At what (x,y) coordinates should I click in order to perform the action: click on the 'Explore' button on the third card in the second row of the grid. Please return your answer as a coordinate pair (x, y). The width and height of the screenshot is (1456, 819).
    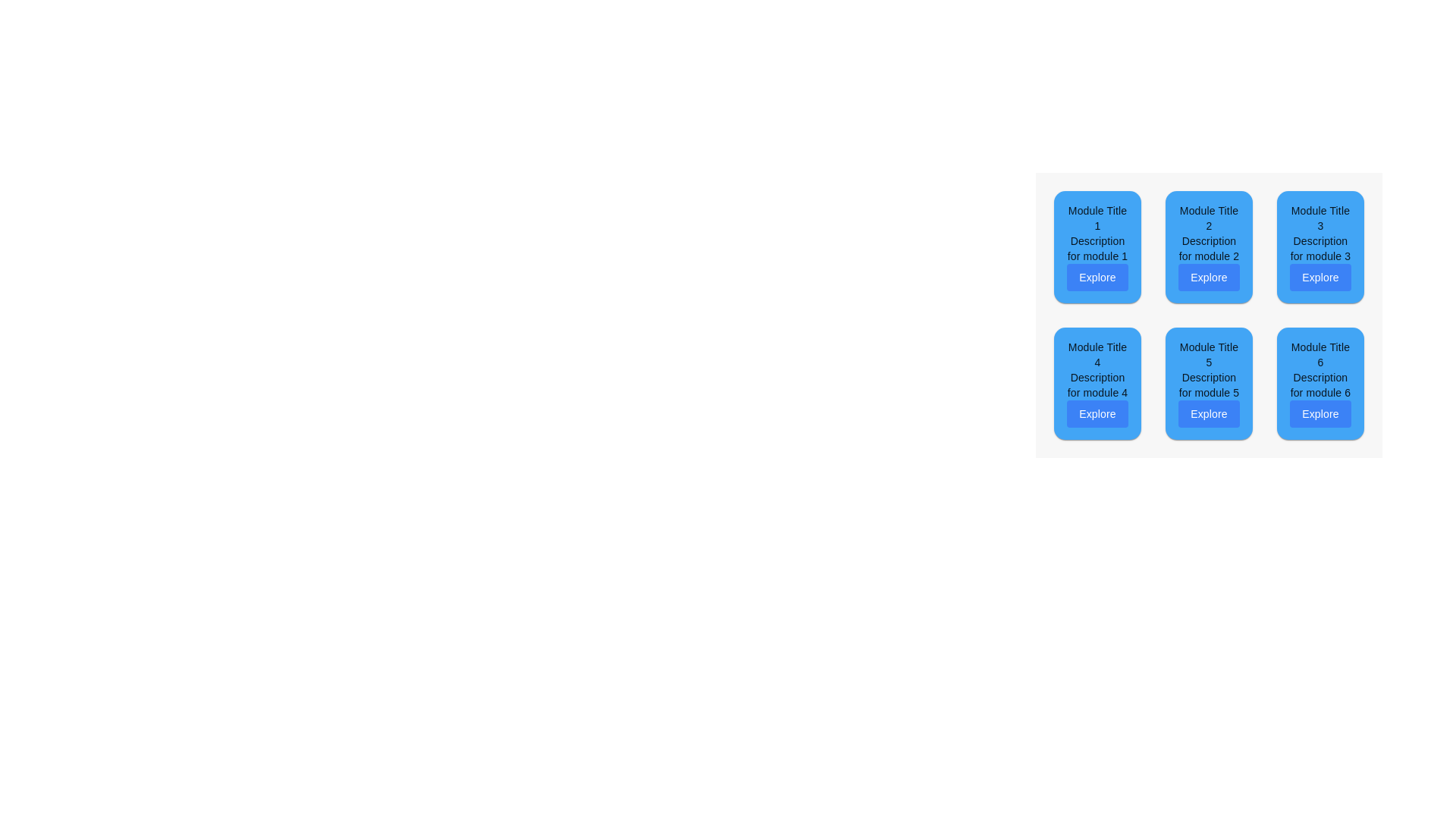
    Looking at the image, I should click on (1319, 383).